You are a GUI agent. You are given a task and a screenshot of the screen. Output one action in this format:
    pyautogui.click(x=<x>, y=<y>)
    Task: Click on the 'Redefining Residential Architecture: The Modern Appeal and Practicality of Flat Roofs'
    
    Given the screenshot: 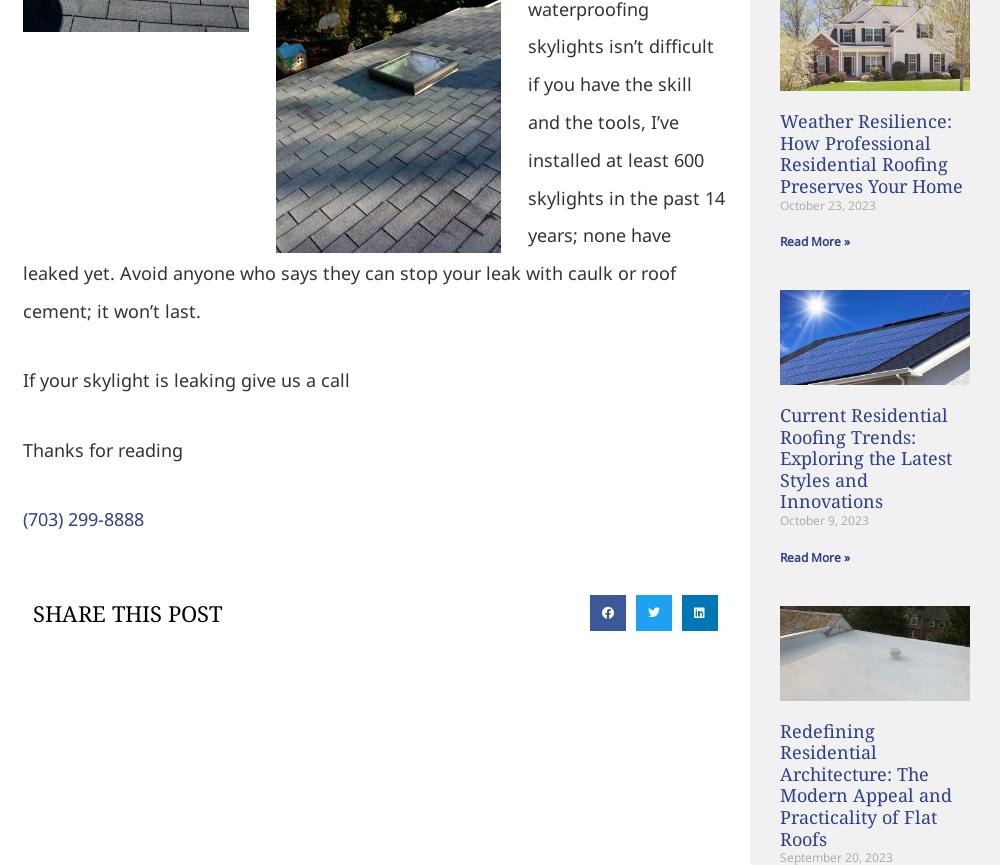 What is the action you would take?
    pyautogui.click(x=865, y=783)
    